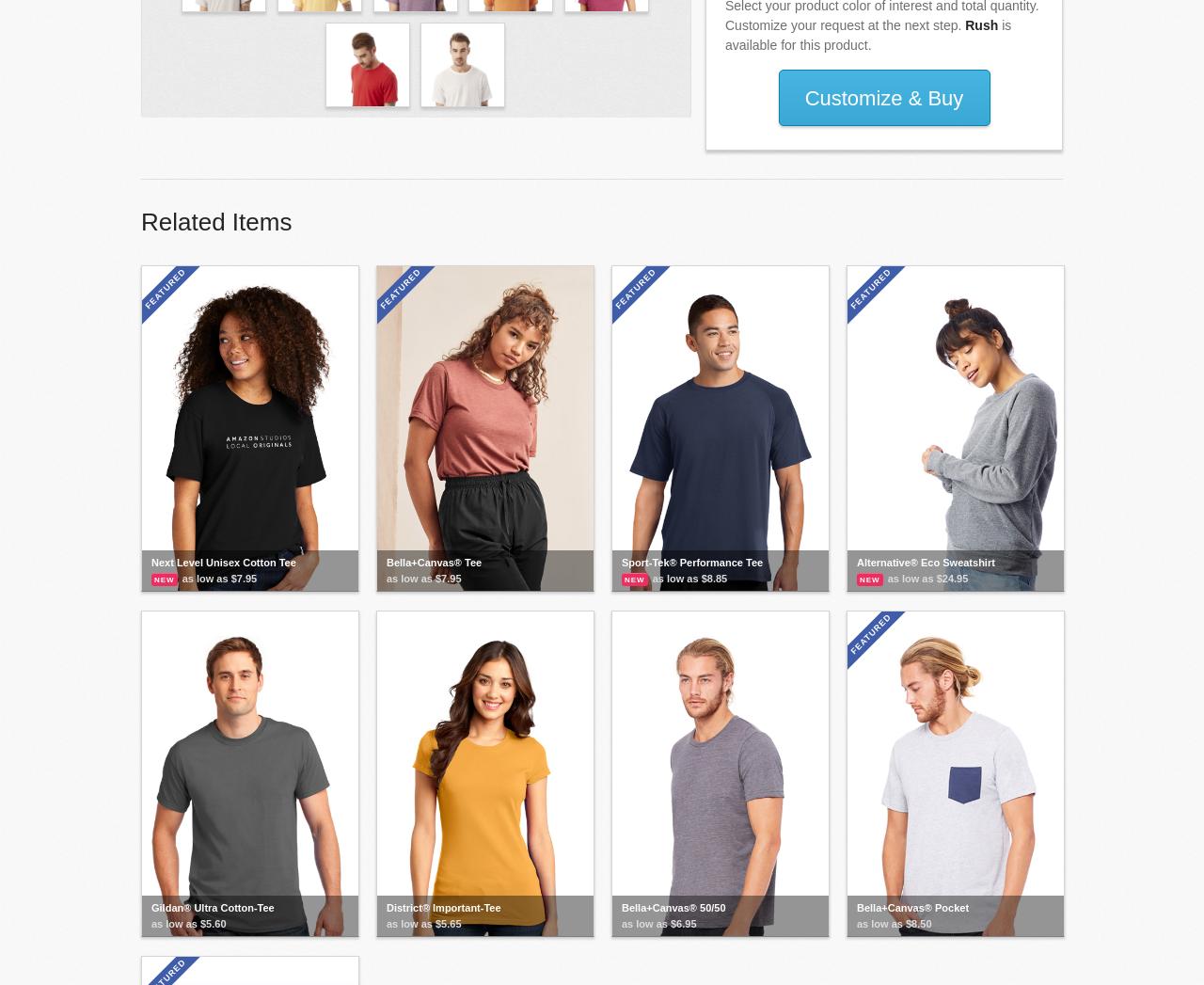 The image size is (1204, 985). What do you see at coordinates (433, 562) in the screenshot?
I see `'Bella+Canvas® Tee'` at bounding box center [433, 562].